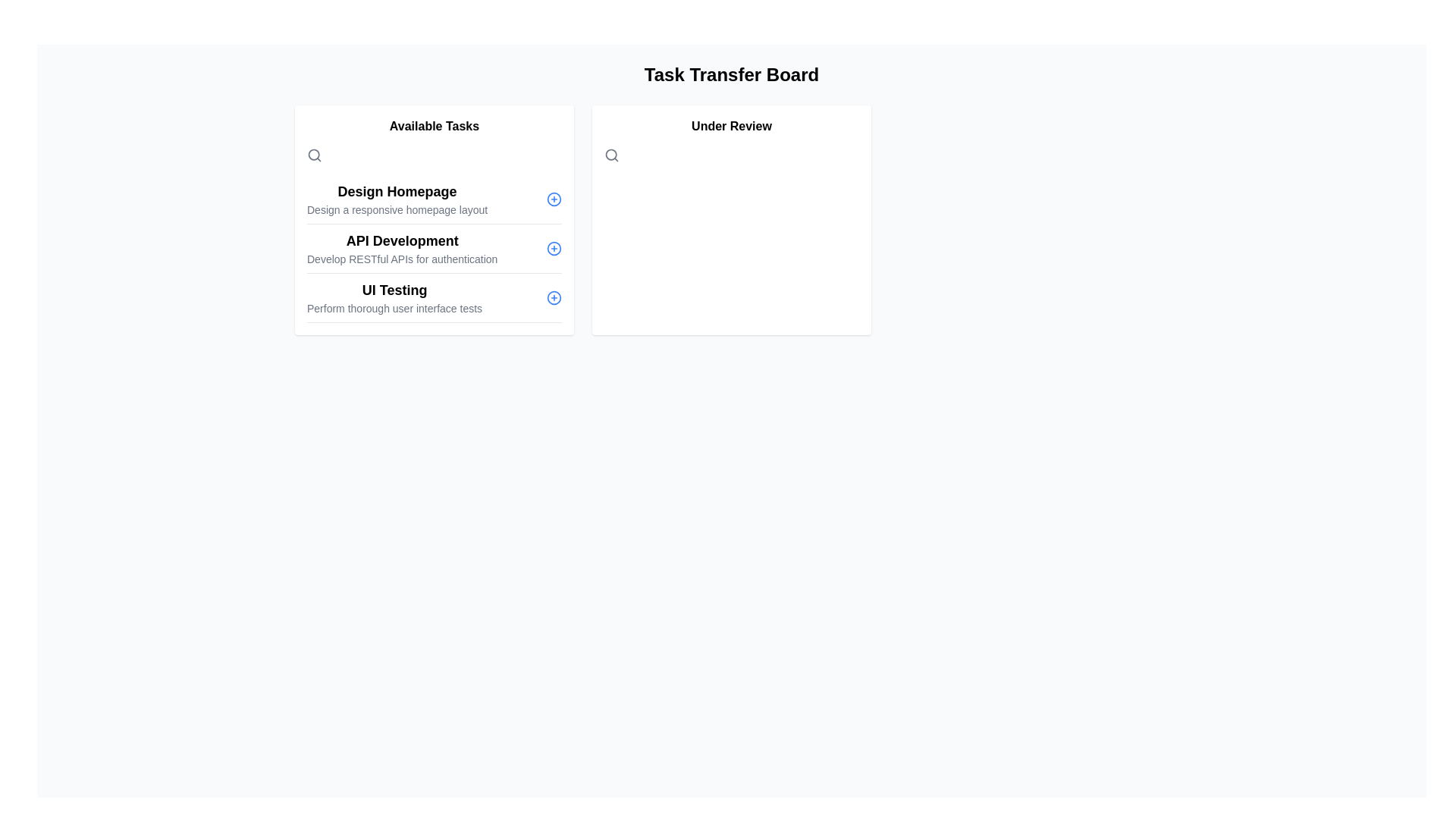  Describe the element at coordinates (433, 298) in the screenshot. I see `the third task item in the 'Available Tasks' section` at that location.